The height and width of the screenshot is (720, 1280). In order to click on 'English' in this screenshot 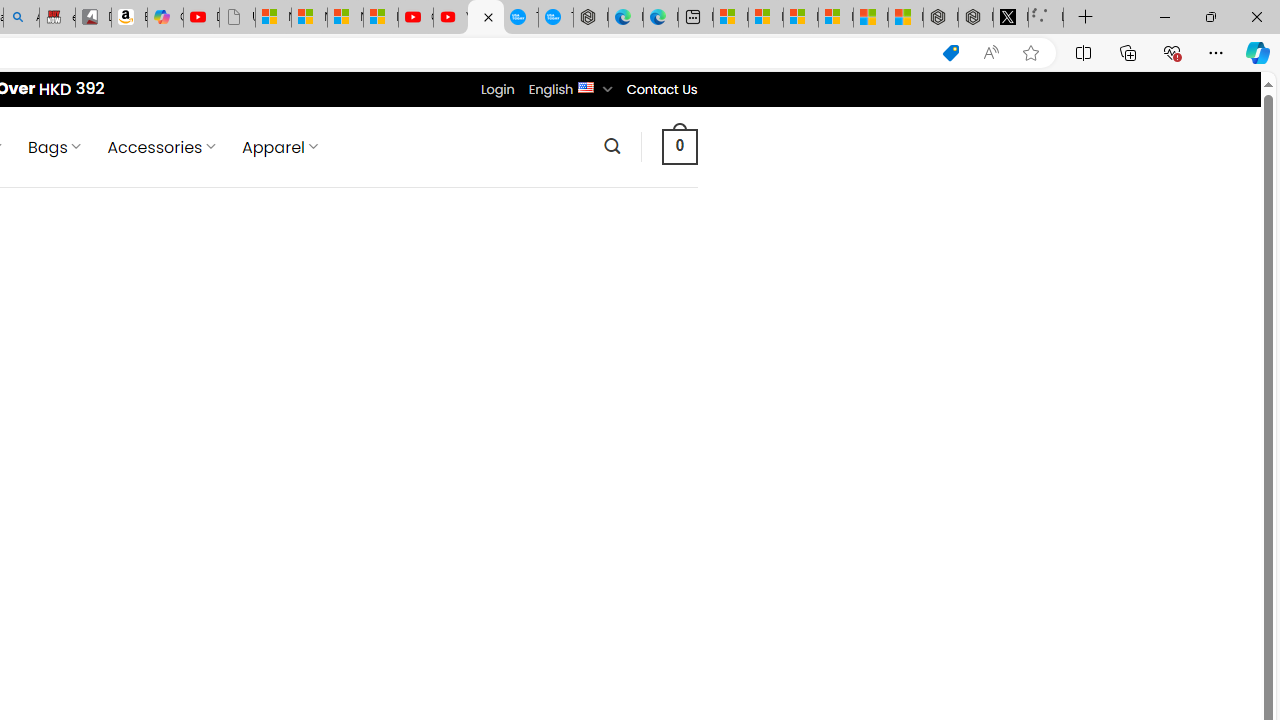, I will do `click(585, 85)`.